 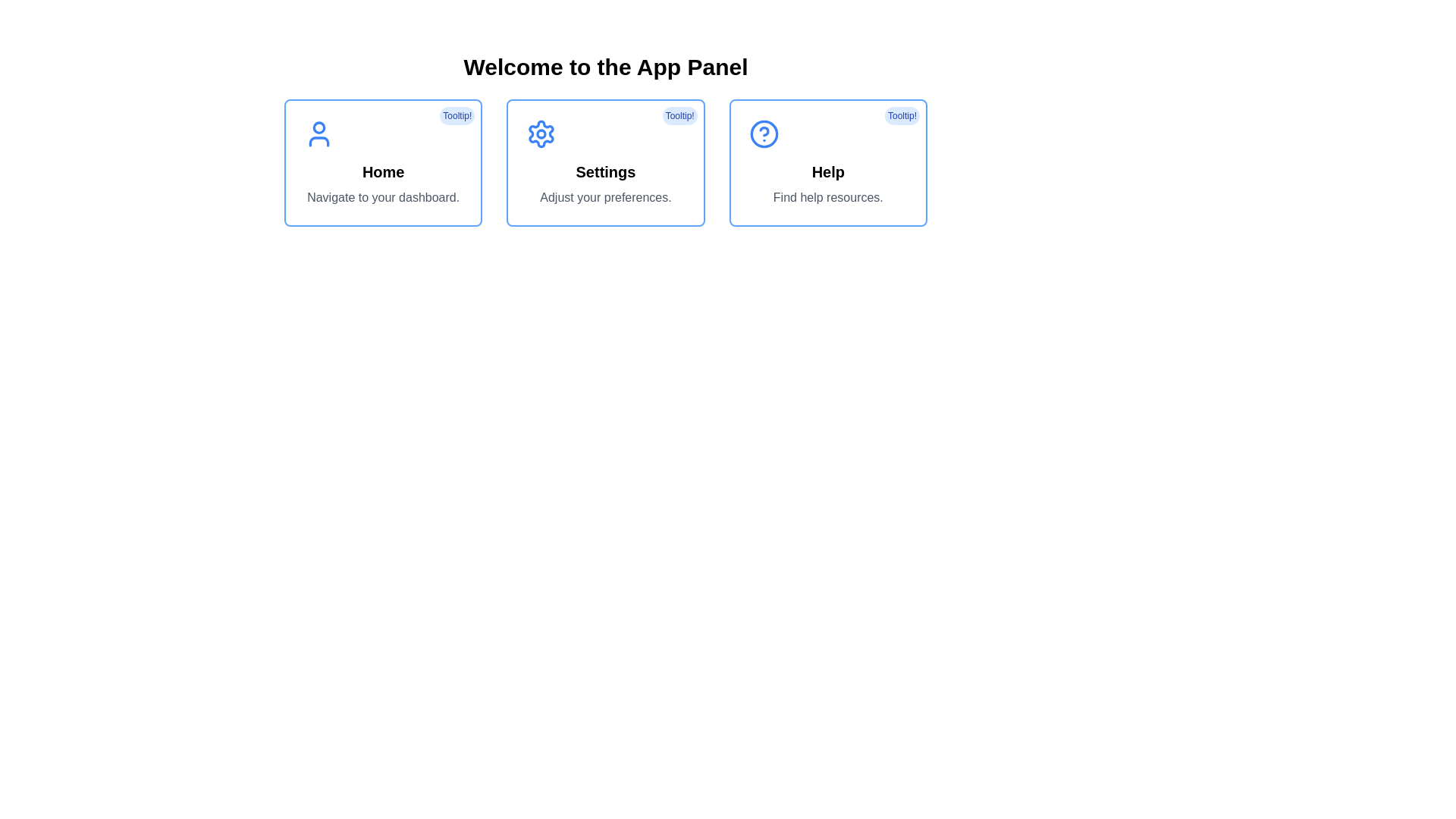 I want to click on the graphical circle that forms the upper portion of the user icon within the first card labeled 'Home', so click(x=318, y=127).